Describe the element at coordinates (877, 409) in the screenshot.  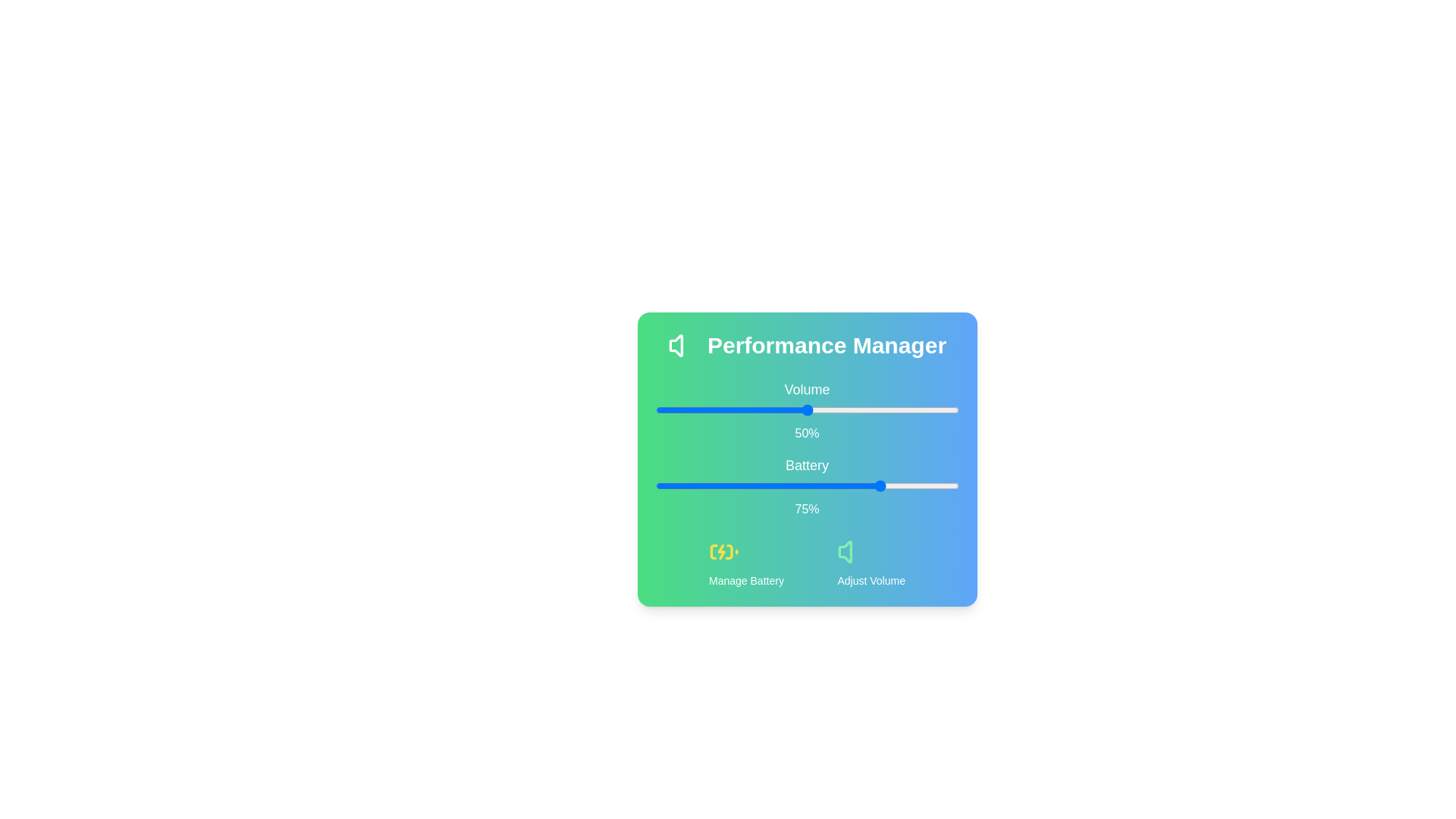
I see `the volume slider to 73%` at that location.